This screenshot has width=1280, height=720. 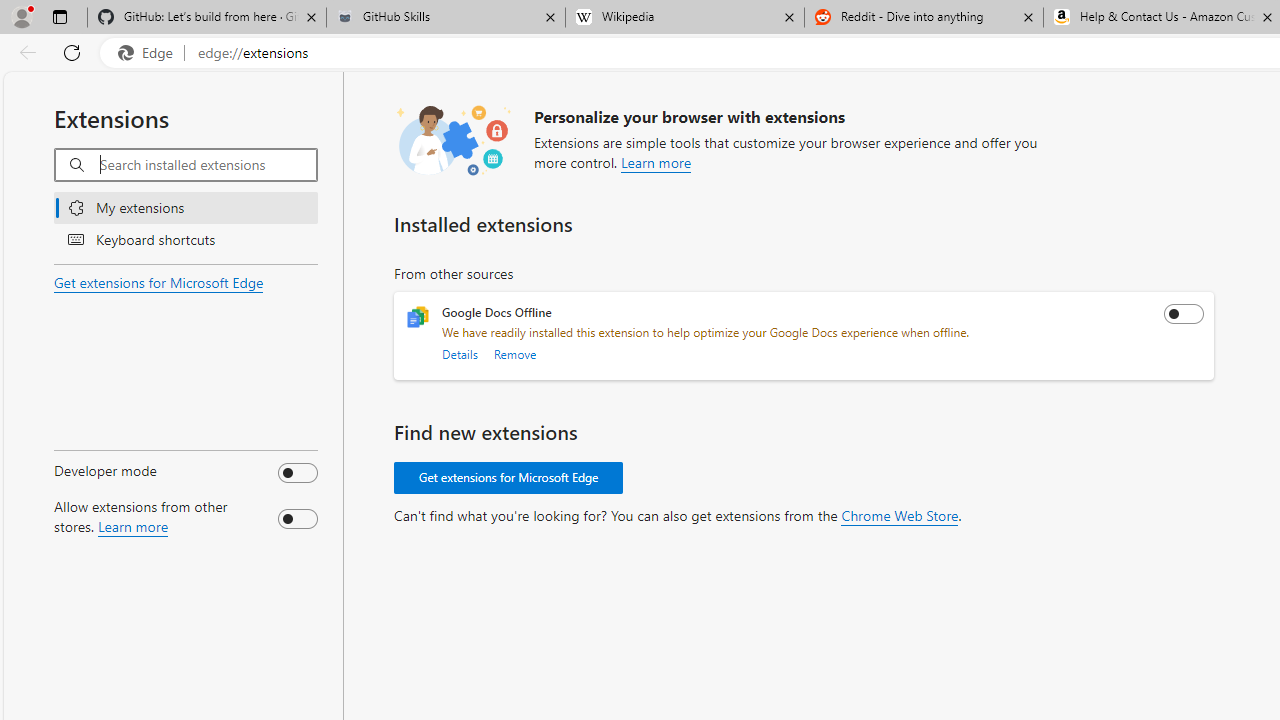 What do you see at coordinates (515, 353) in the screenshot?
I see `'Remove'` at bounding box center [515, 353].